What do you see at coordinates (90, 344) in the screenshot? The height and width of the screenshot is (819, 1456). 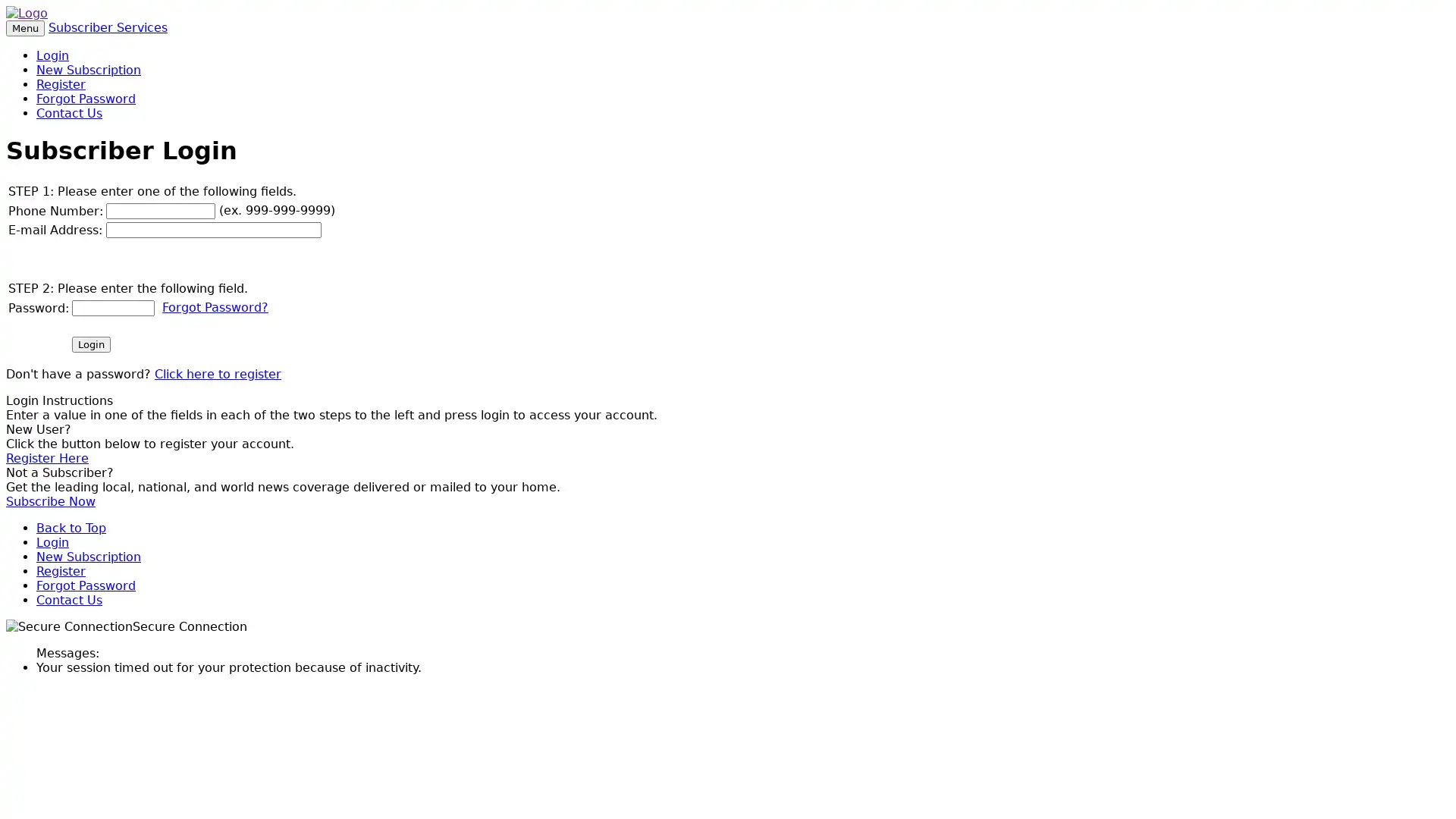 I see `Login` at bounding box center [90, 344].